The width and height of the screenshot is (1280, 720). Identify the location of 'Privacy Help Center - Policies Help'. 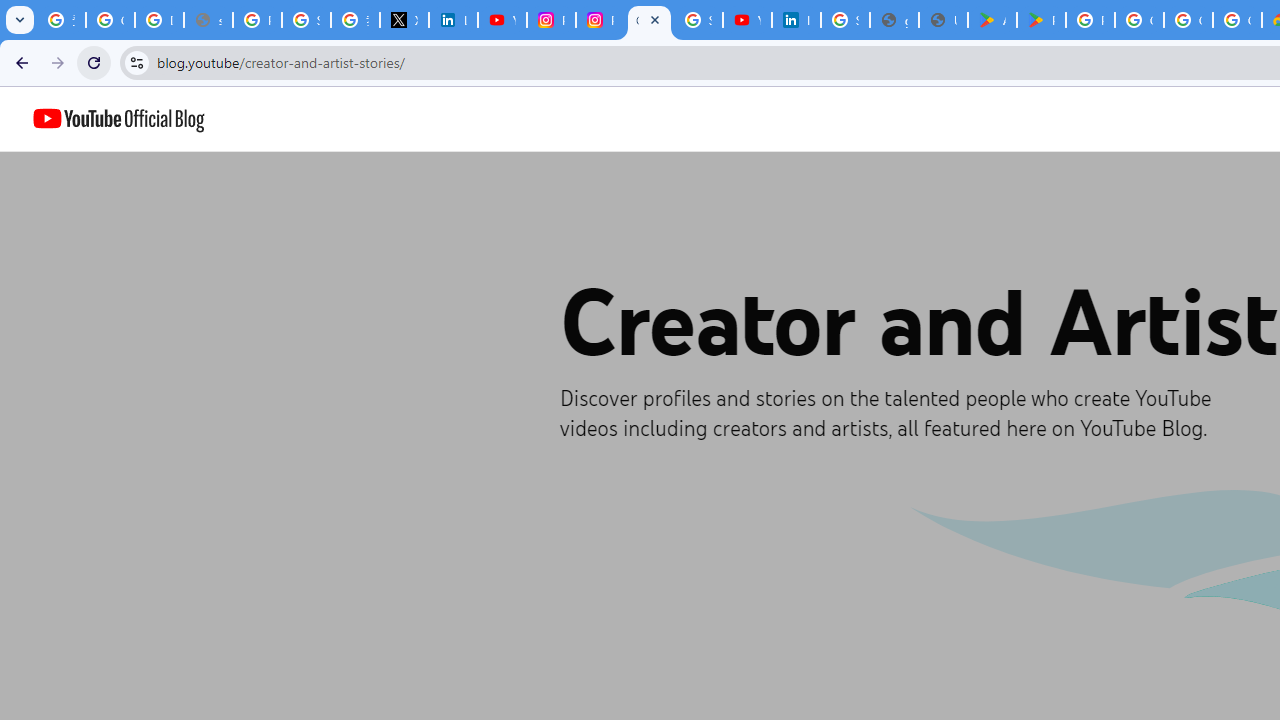
(256, 20).